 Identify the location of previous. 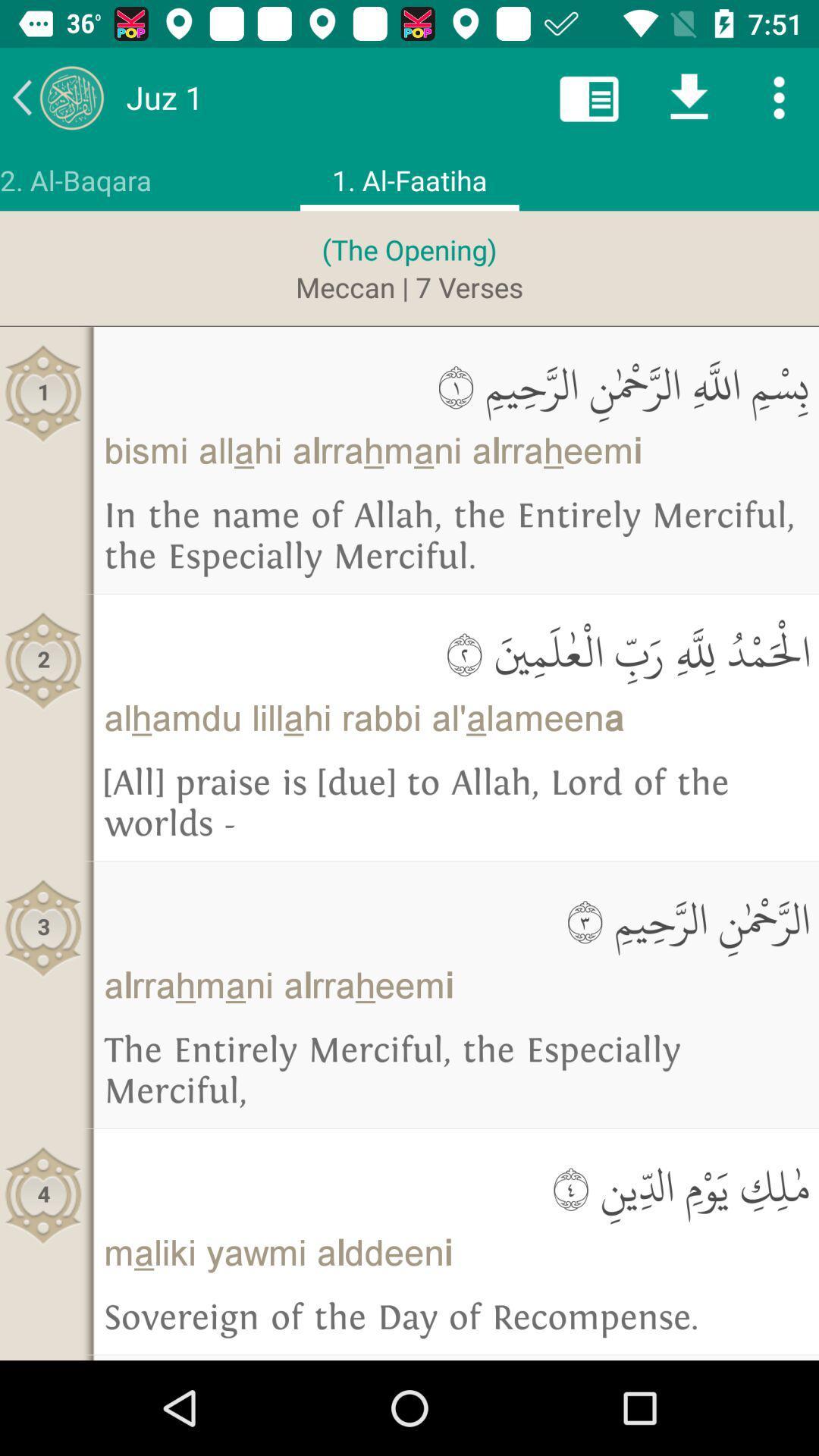
(57, 96).